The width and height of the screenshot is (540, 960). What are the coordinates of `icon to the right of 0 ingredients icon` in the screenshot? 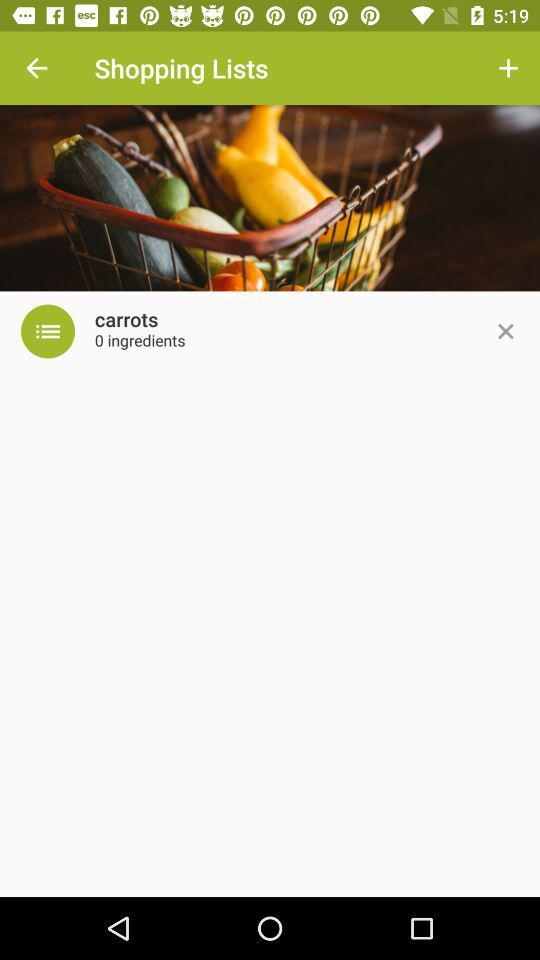 It's located at (504, 331).